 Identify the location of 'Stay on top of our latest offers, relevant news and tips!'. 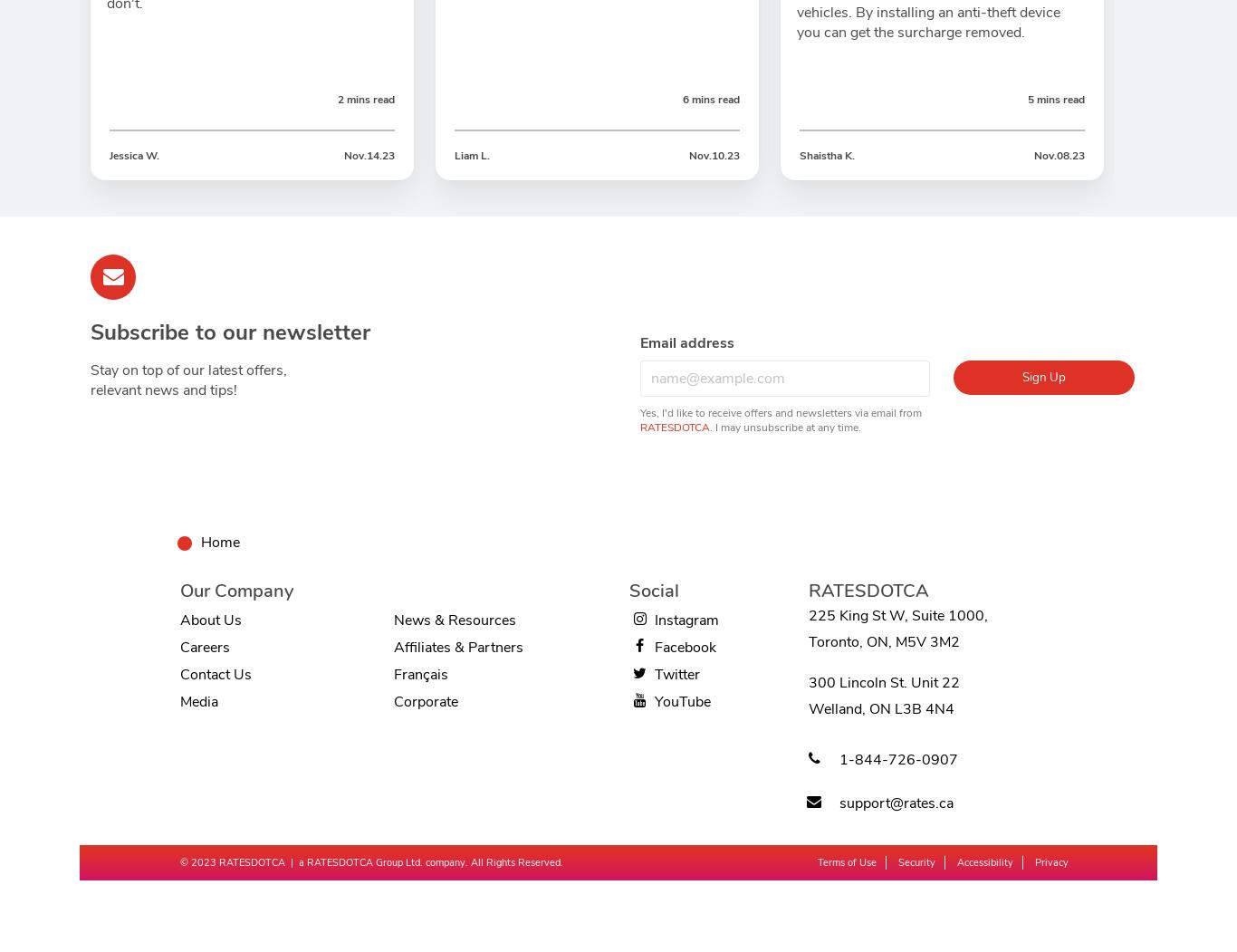
(187, 380).